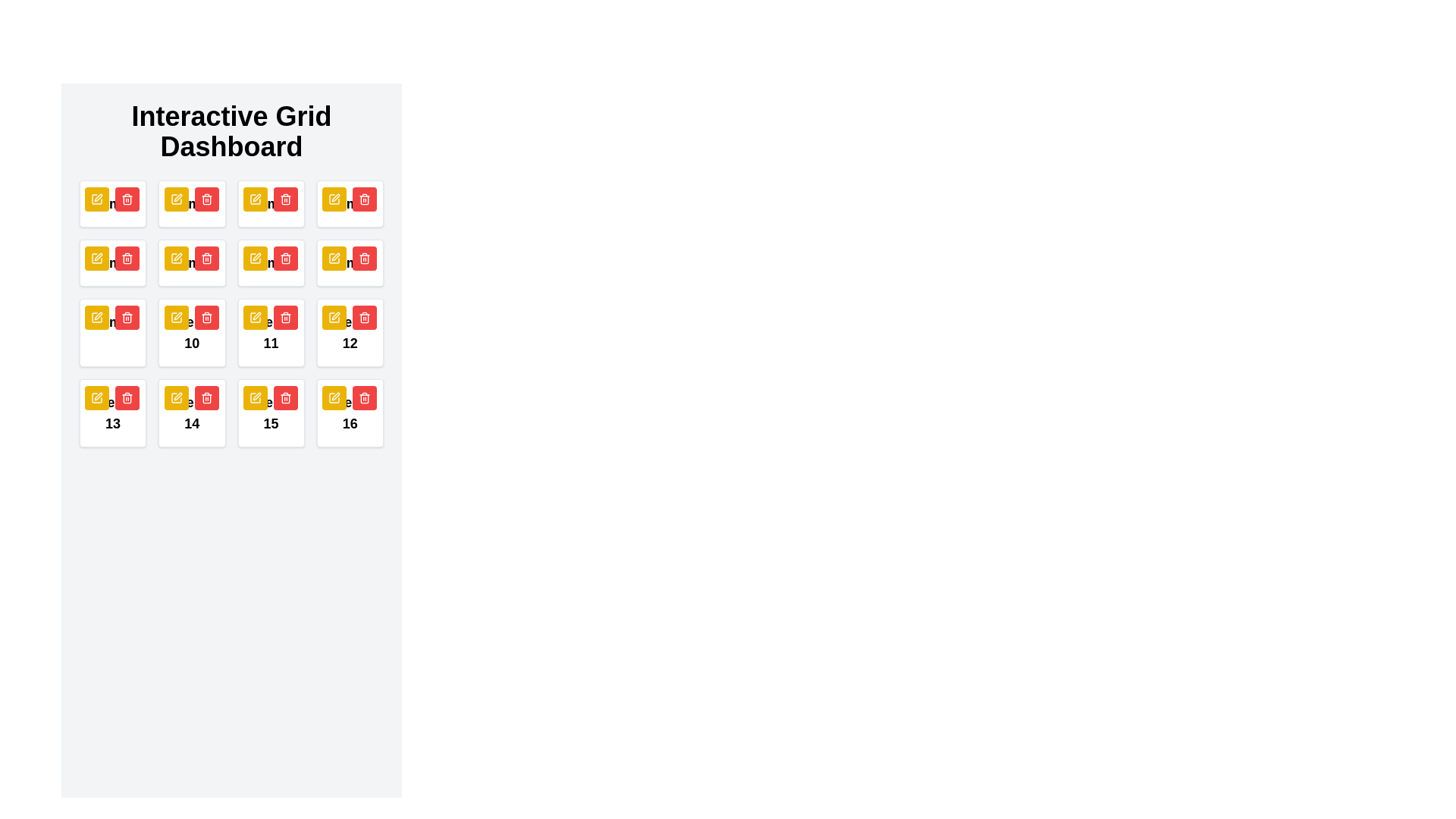 The width and height of the screenshot is (1456, 819). I want to click on the static text label 'Item 14', which is bold and black, located at the bottom of a white rectangular card with rounded corners in a grid layout, so click(191, 413).